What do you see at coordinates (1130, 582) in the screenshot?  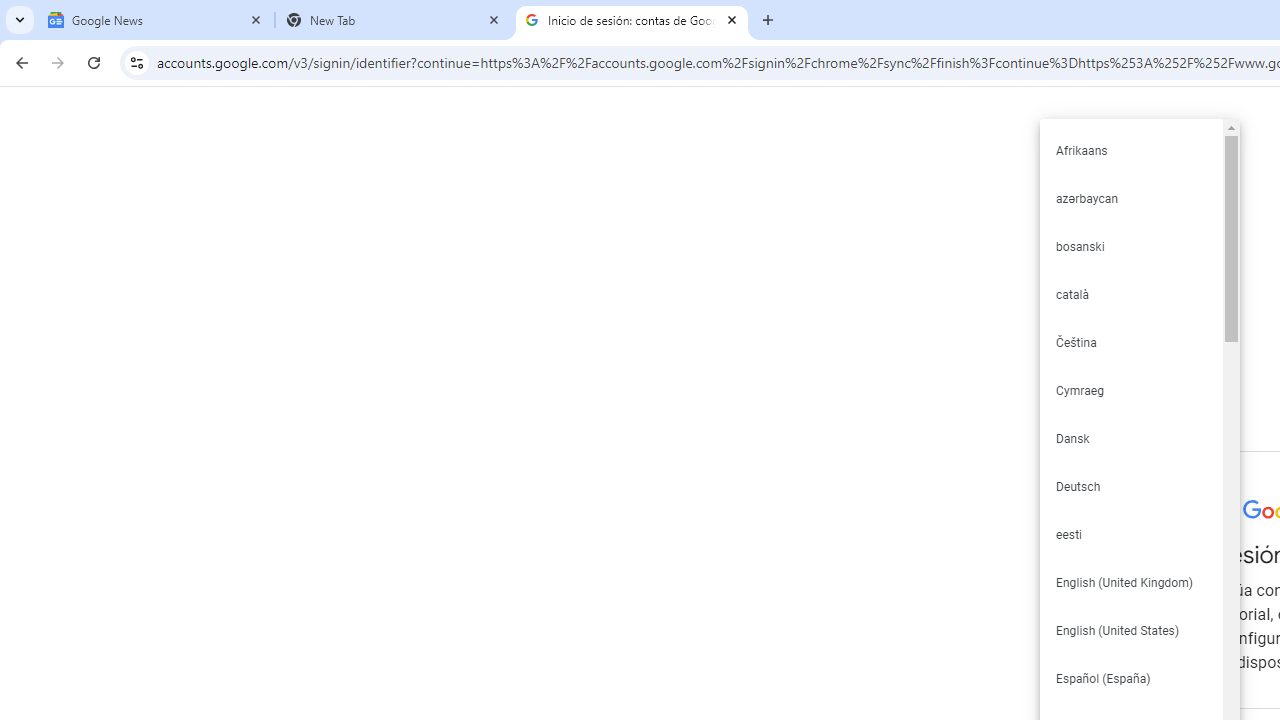 I see `'English (United Kingdom)'` at bounding box center [1130, 582].